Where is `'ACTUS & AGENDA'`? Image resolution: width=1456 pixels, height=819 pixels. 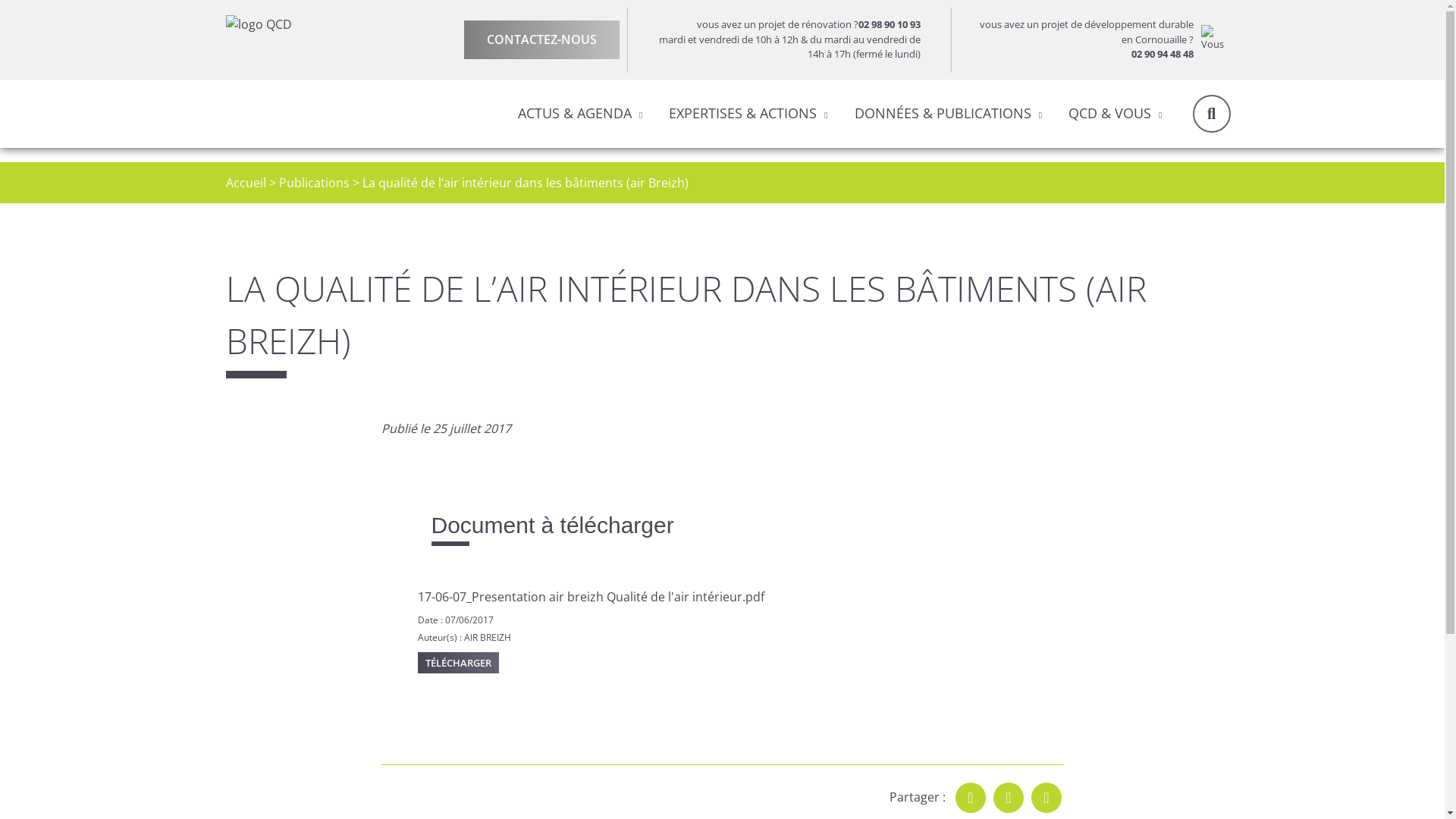
'ACTUS & AGENDA' is located at coordinates (574, 112).